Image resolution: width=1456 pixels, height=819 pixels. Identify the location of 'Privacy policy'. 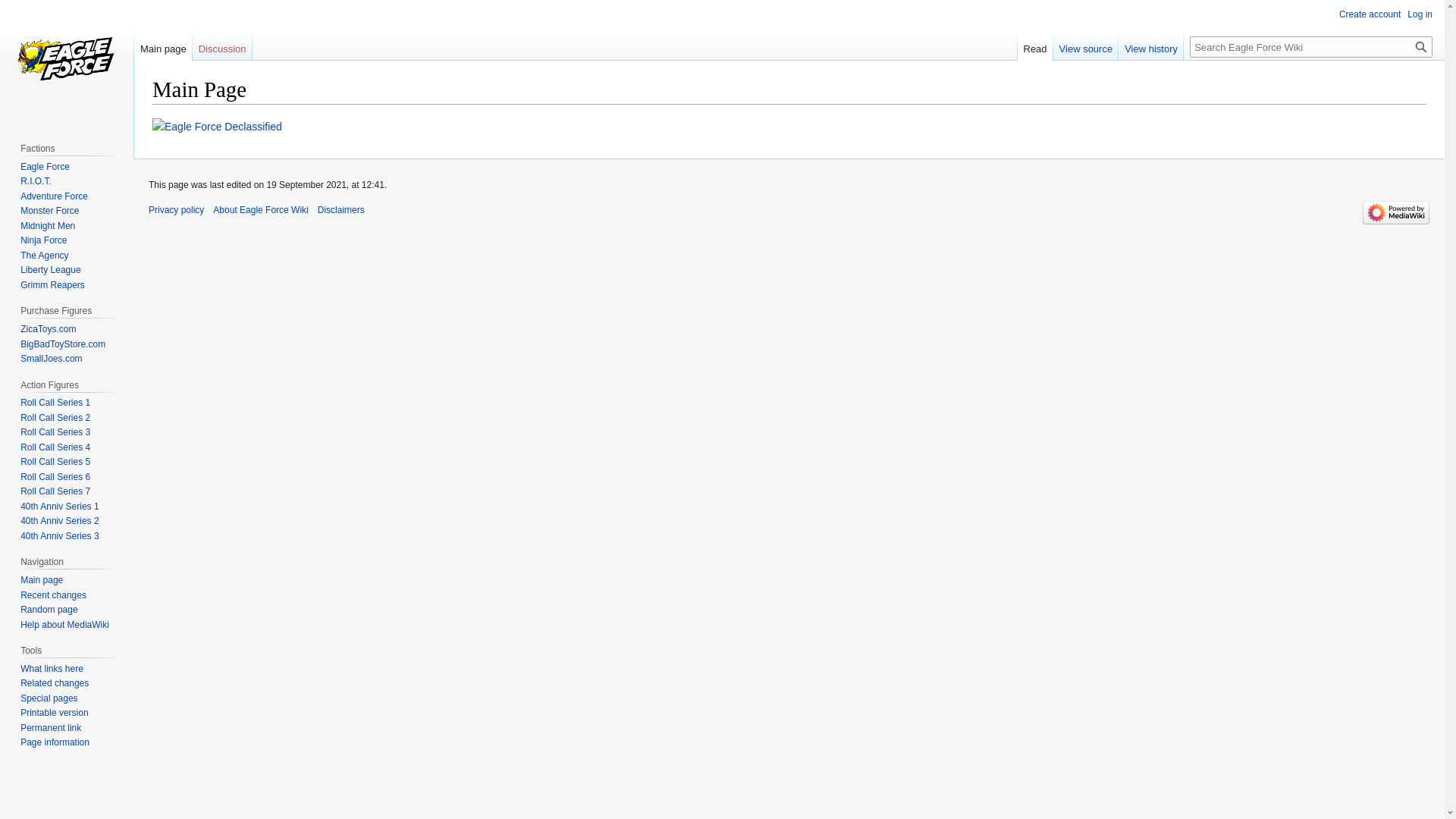
(149, 210).